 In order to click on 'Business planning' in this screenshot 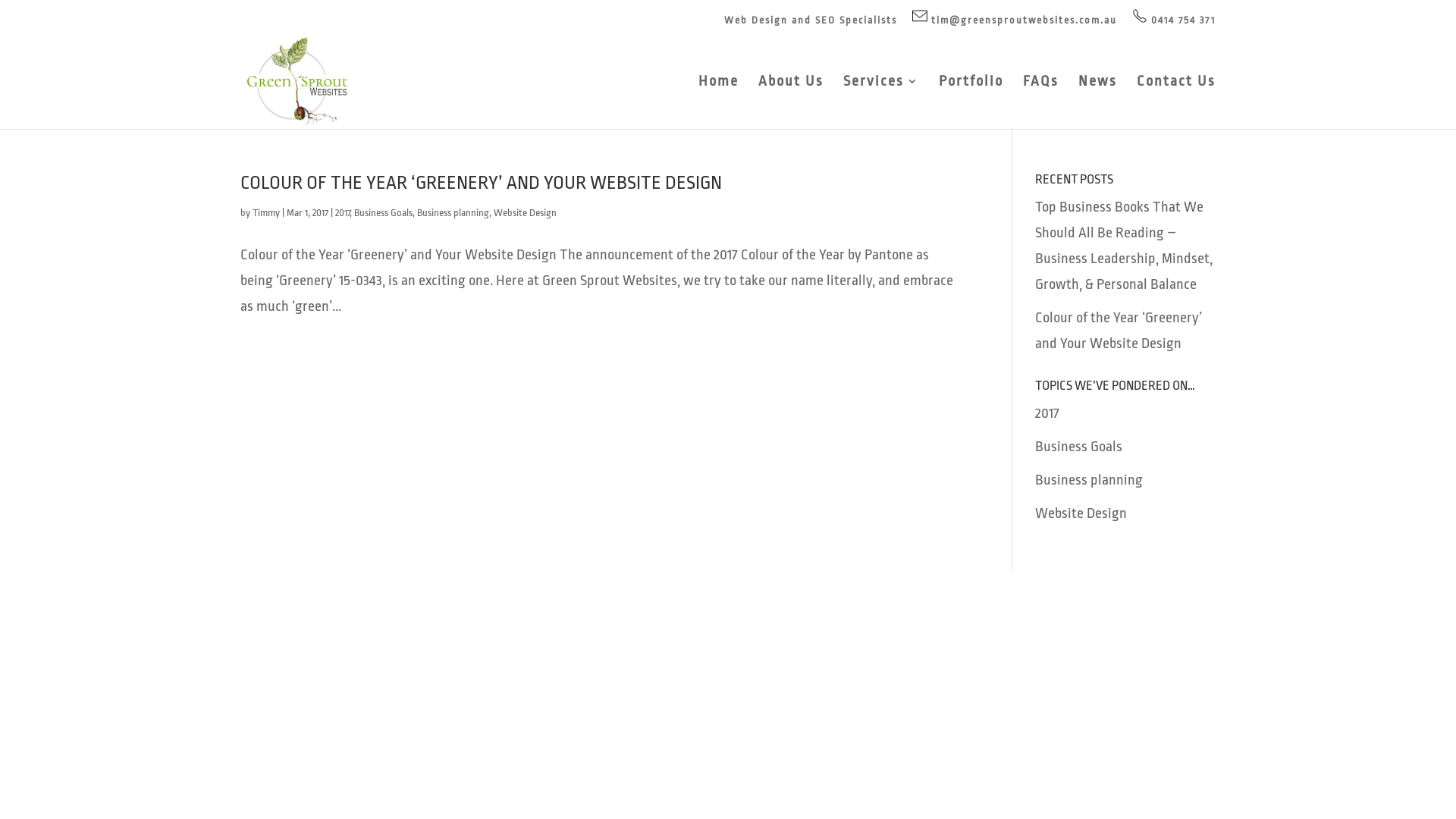, I will do `click(1087, 479)`.